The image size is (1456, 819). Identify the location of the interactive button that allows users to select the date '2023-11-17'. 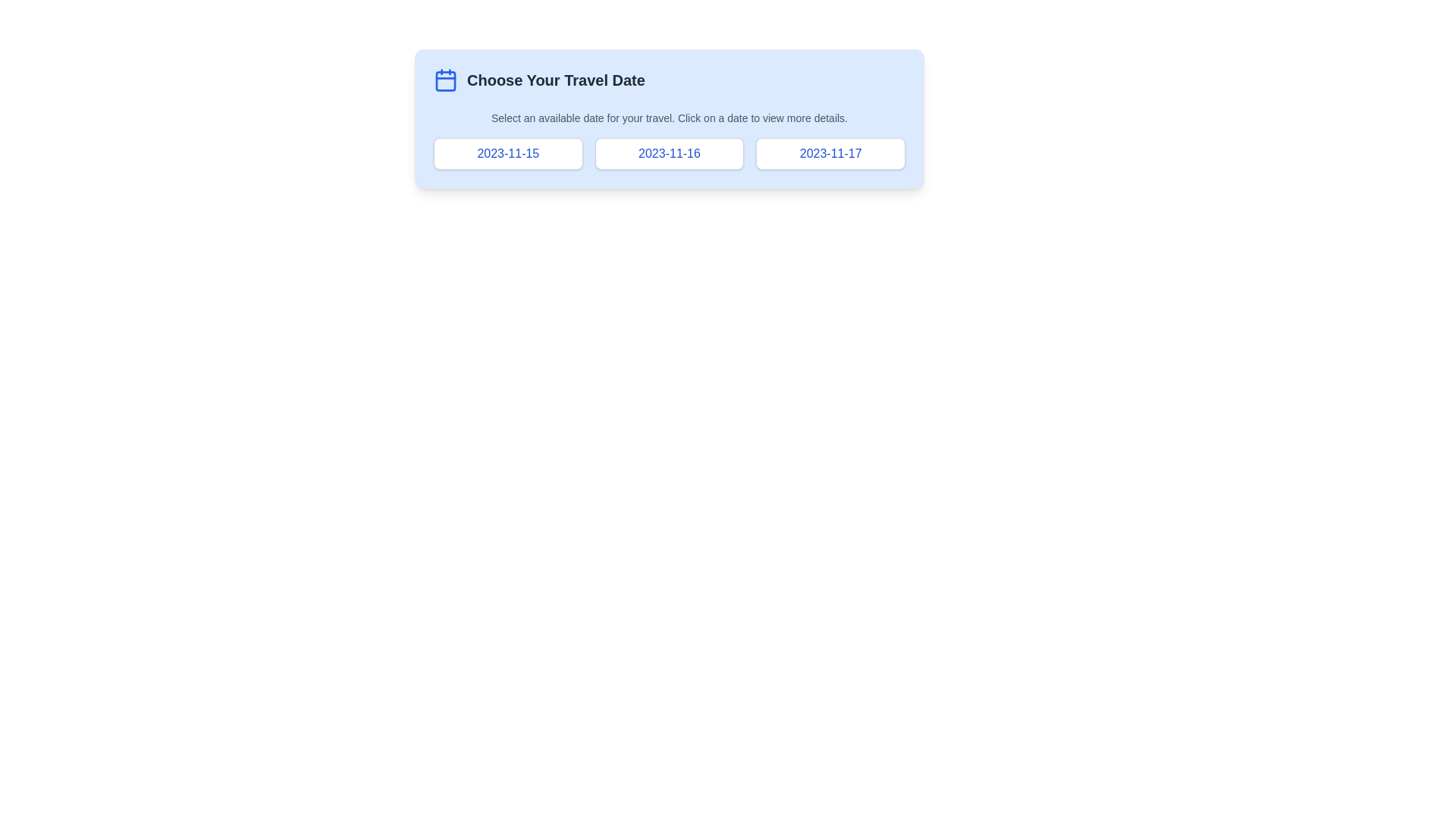
(830, 154).